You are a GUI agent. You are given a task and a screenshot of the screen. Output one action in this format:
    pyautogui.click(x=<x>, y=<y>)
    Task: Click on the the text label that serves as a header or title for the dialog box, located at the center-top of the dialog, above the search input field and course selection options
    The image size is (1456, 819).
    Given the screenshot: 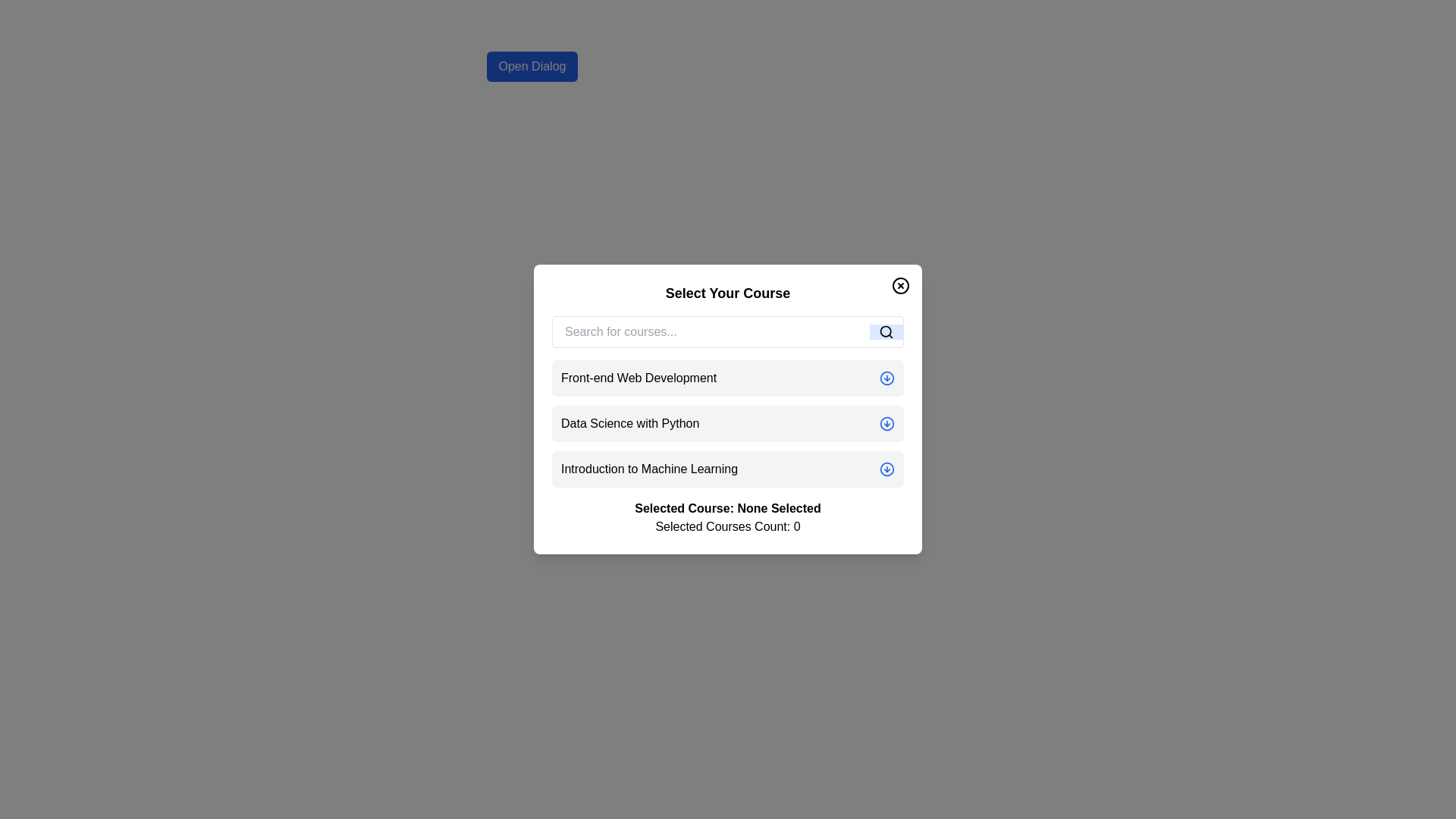 What is the action you would take?
    pyautogui.click(x=728, y=293)
    